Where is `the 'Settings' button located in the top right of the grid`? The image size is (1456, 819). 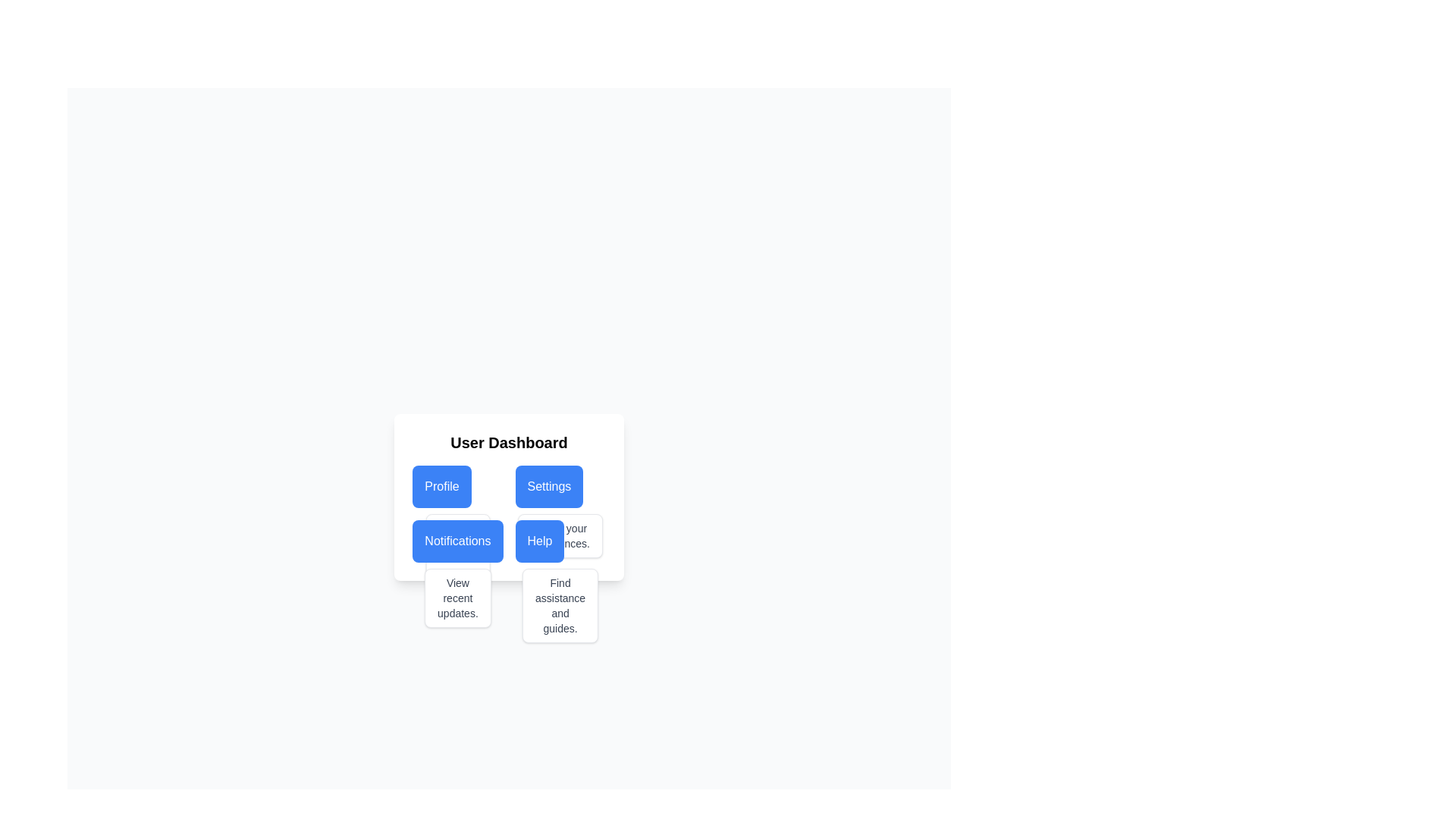 the 'Settings' button located in the top right of the grid is located at coordinates (560, 486).